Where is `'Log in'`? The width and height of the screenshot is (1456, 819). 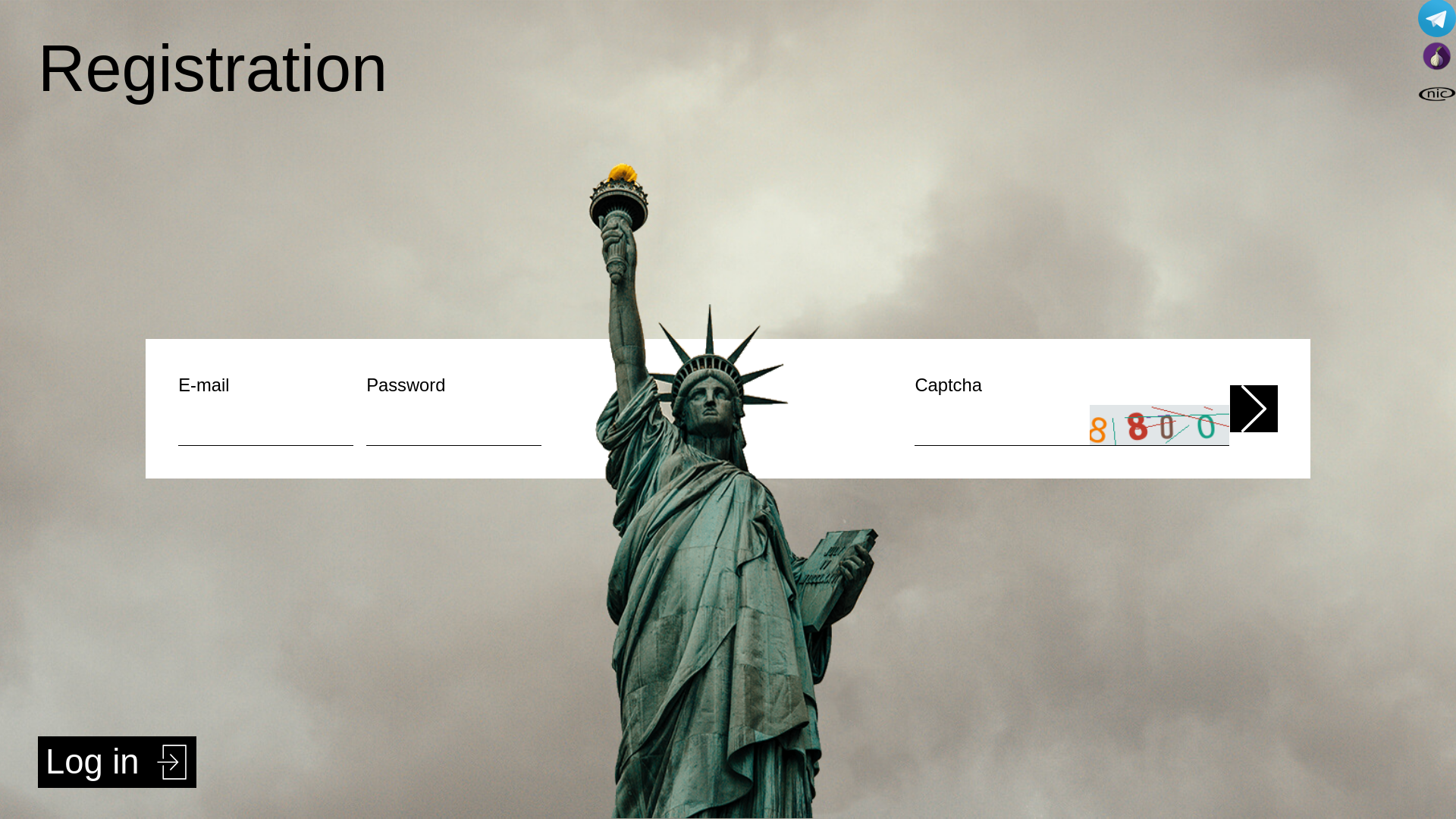 'Log in' is located at coordinates (116, 762).